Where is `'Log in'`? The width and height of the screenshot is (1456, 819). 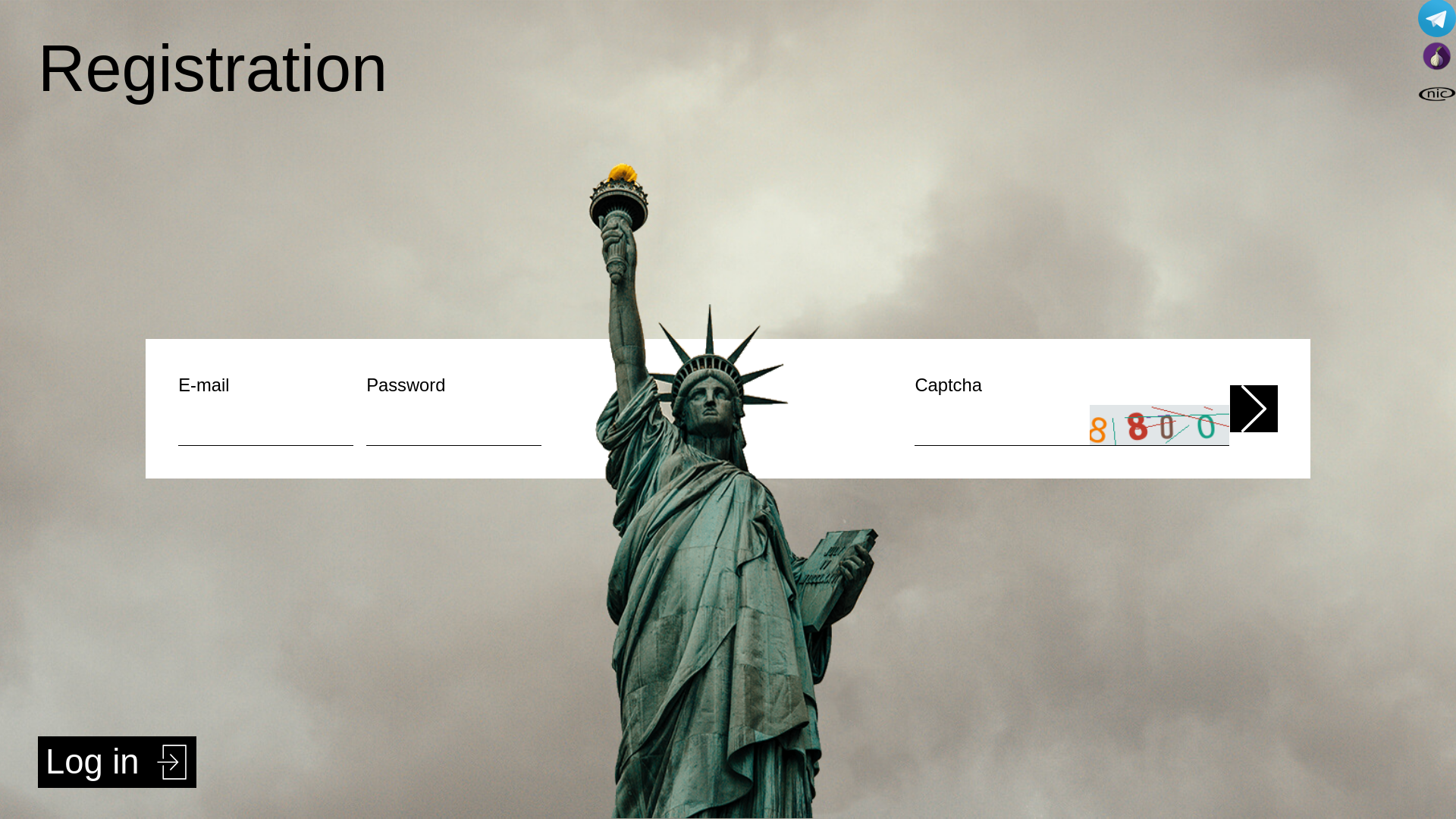 'Log in' is located at coordinates (116, 762).